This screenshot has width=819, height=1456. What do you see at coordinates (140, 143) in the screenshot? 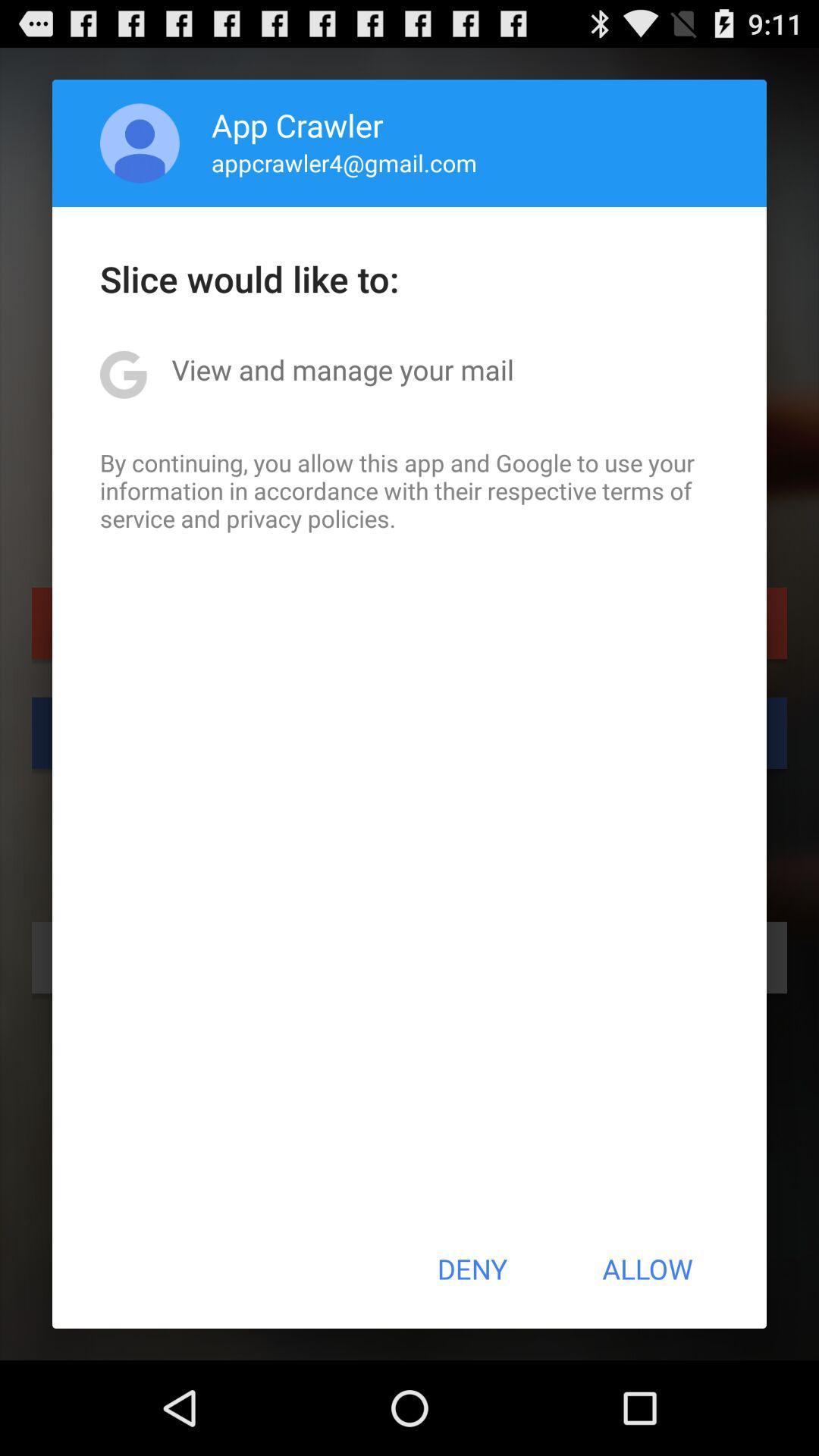
I see `icon next to app crawler` at bounding box center [140, 143].